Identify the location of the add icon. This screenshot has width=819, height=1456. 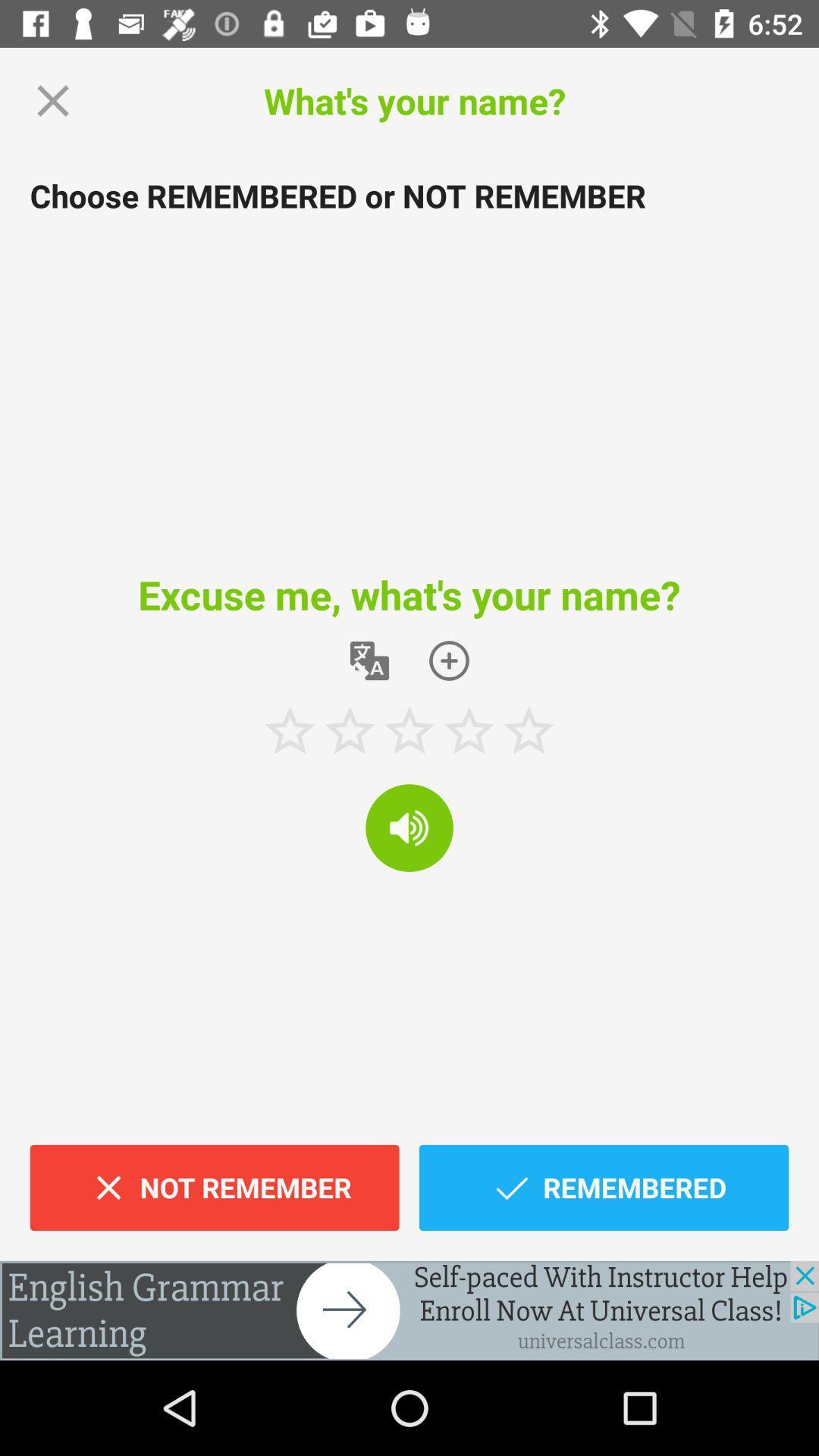
(448, 661).